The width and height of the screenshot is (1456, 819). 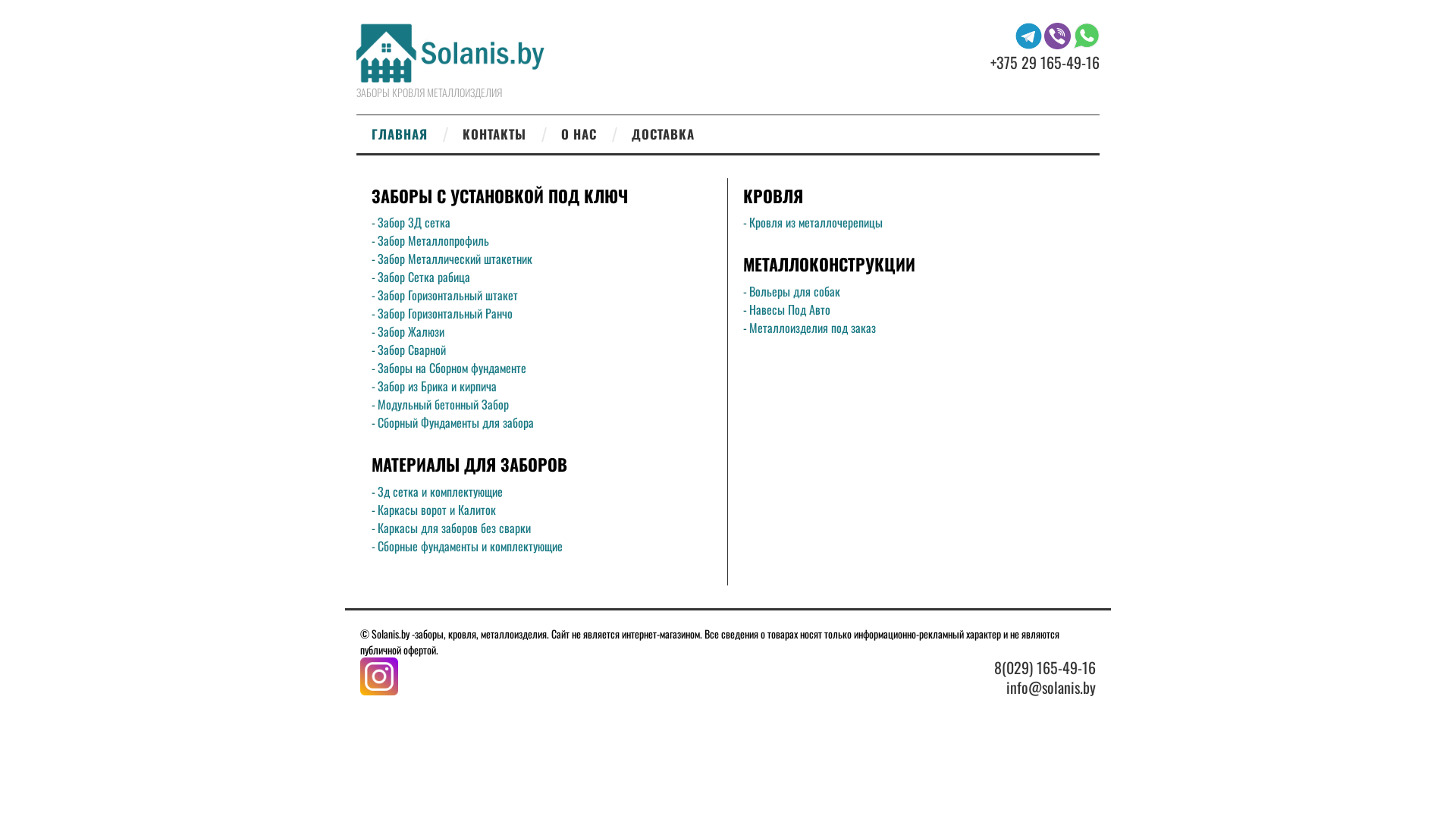 What do you see at coordinates (1006, 687) in the screenshot?
I see `'info@solanis.by'` at bounding box center [1006, 687].